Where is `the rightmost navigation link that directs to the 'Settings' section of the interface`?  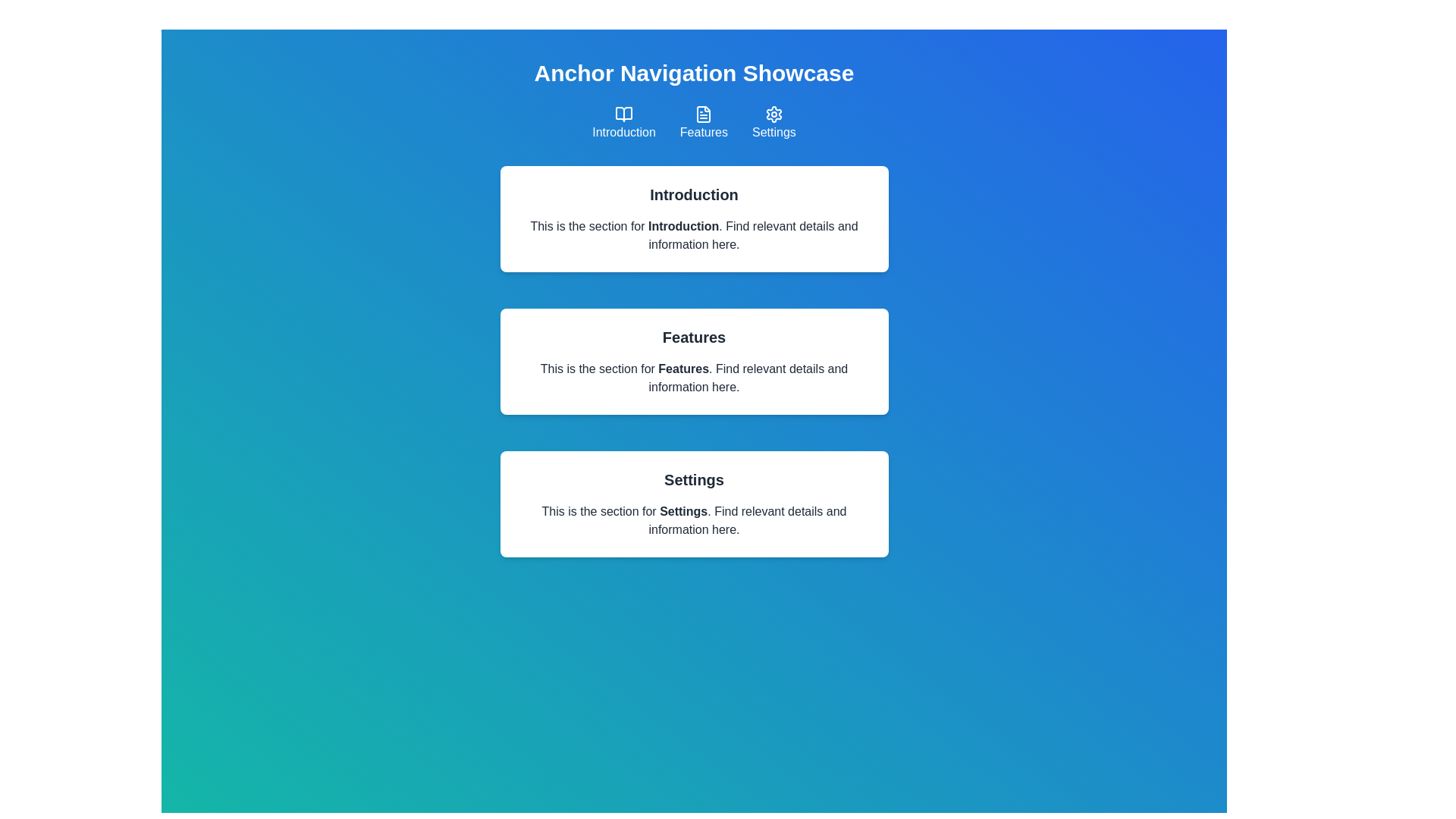
the rightmost navigation link that directs to the 'Settings' section of the interface is located at coordinates (773, 122).